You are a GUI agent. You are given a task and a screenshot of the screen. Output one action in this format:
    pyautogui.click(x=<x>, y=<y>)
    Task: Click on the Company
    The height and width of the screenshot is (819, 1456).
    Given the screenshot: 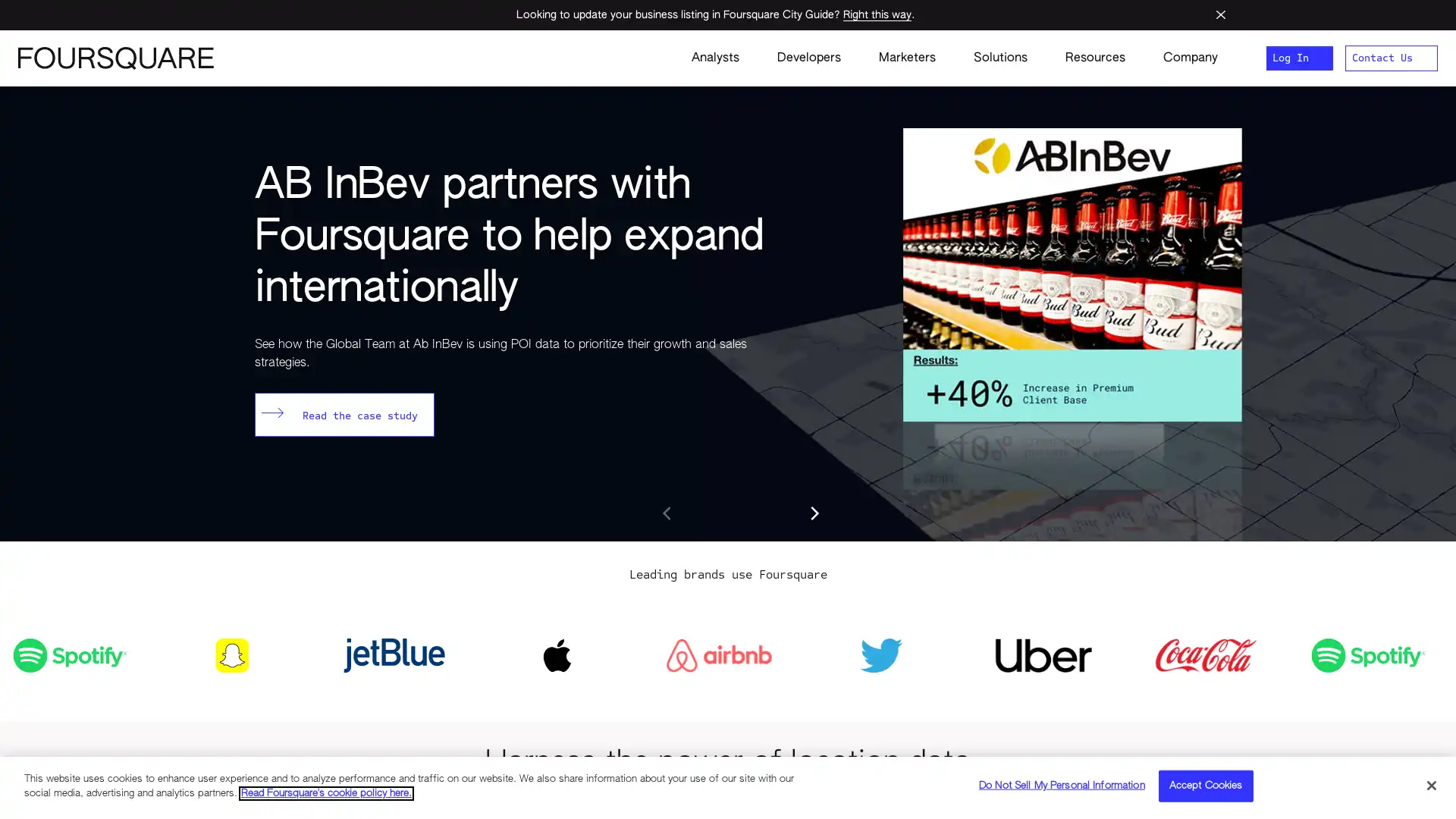 What is the action you would take?
    pyautogui.click(x=1180, y=58)
    